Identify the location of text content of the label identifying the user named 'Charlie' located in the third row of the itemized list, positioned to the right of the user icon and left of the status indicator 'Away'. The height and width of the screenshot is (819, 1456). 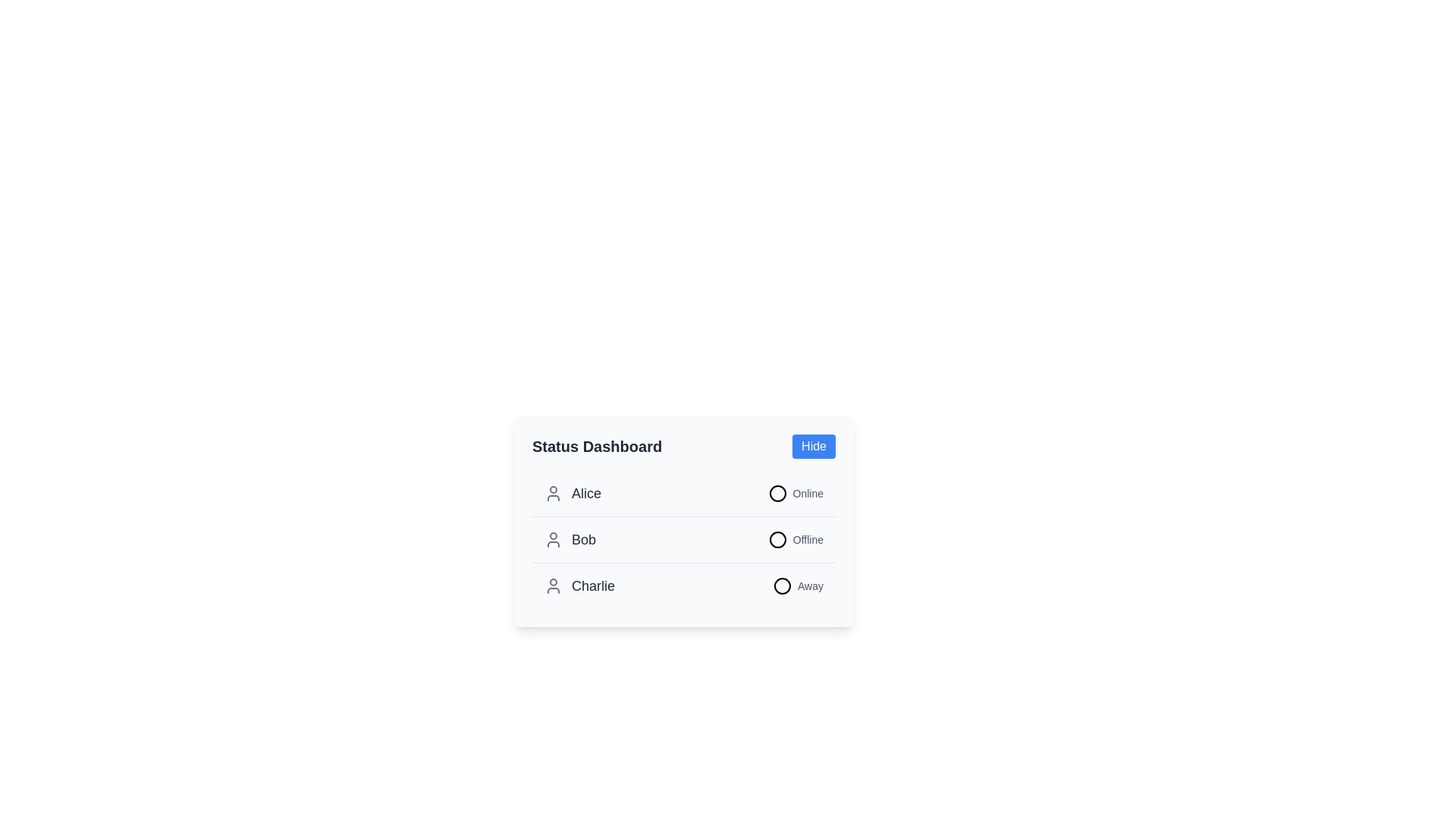
(592, 585).